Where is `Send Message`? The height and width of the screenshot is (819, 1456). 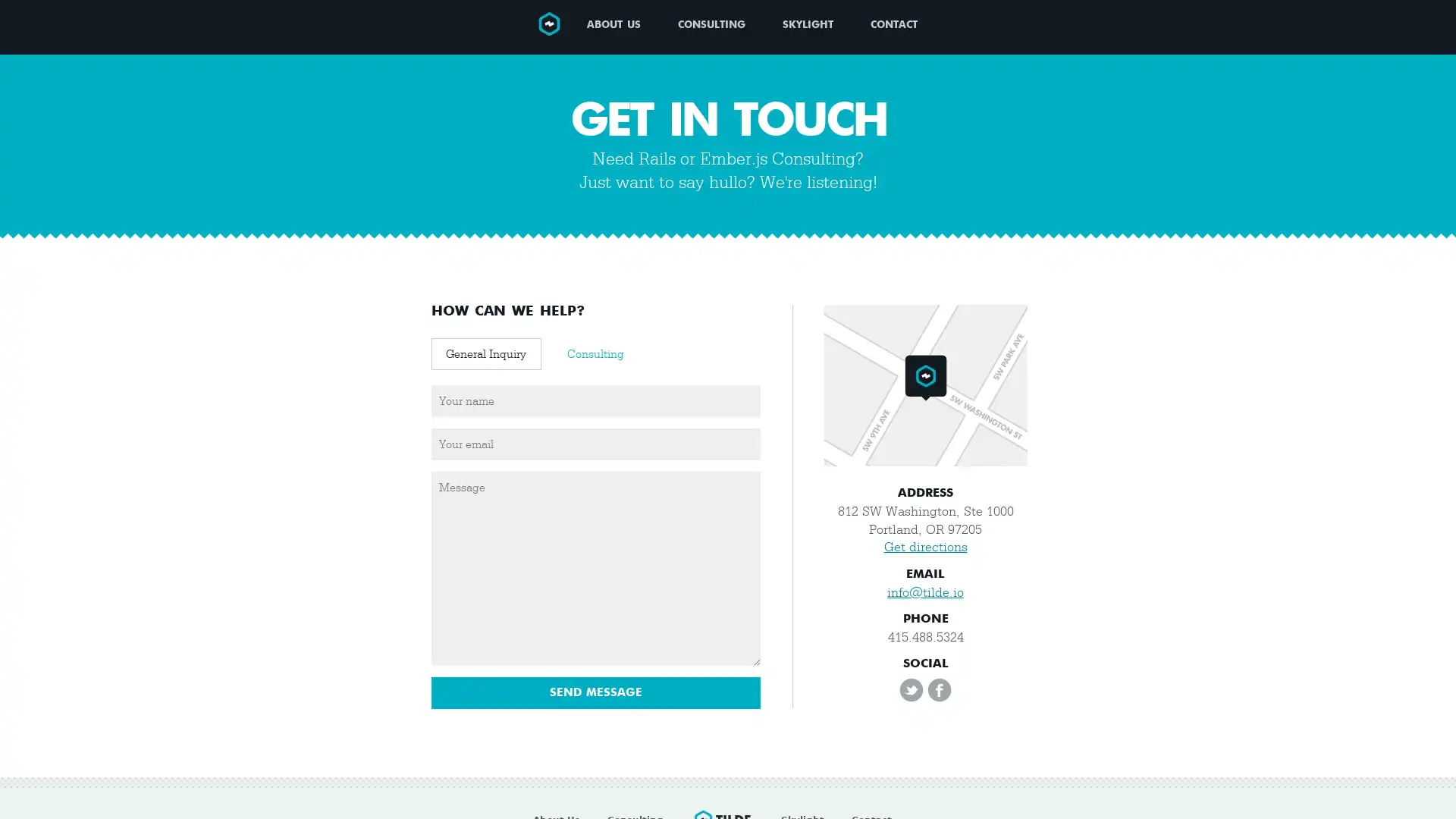
Send Message is located at coordinates (595, 693).